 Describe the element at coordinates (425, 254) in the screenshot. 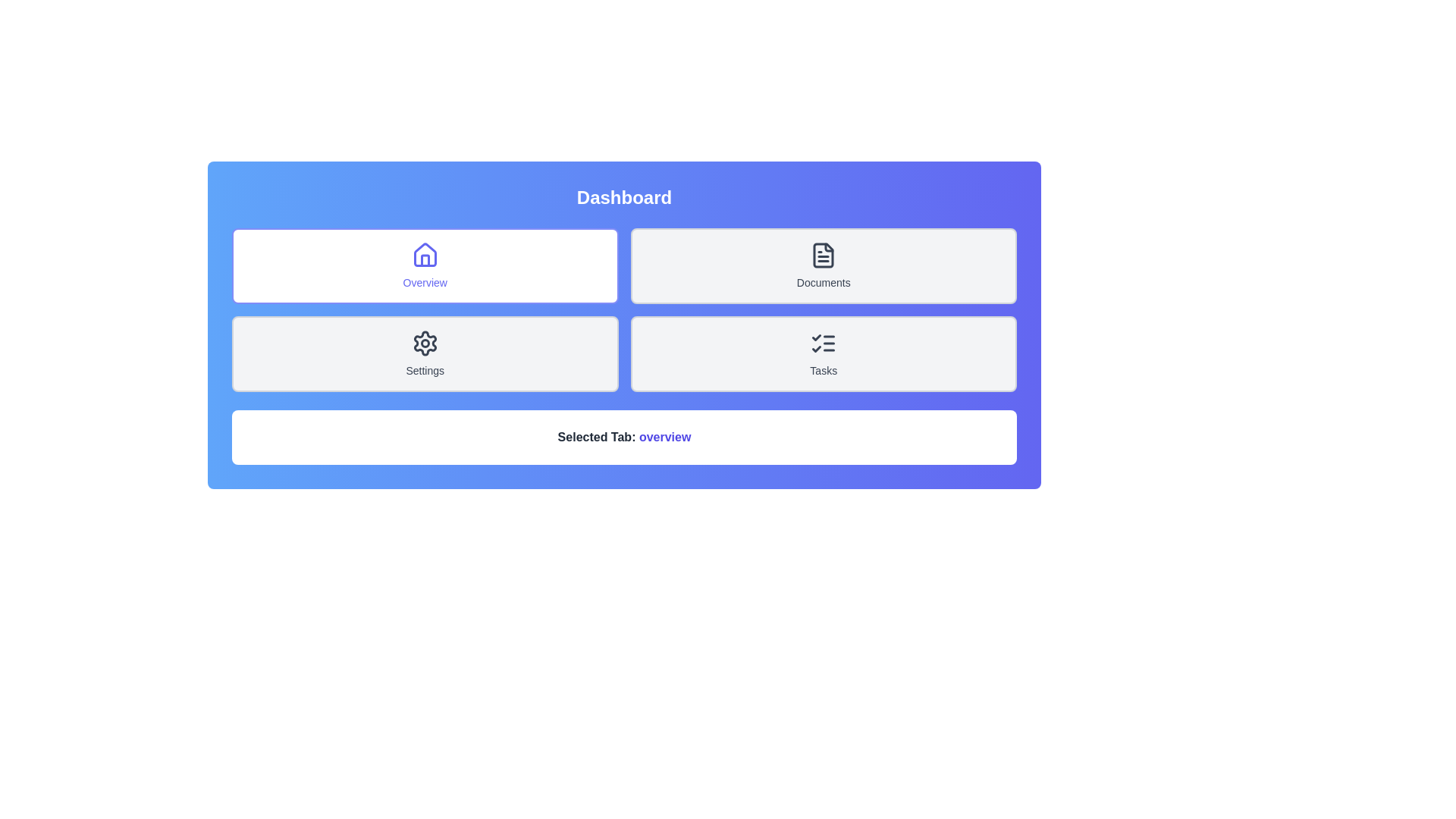

I see `the 'Home' icon located above the 'Overview' text in the upper-left panel of the dashboard` at that location.